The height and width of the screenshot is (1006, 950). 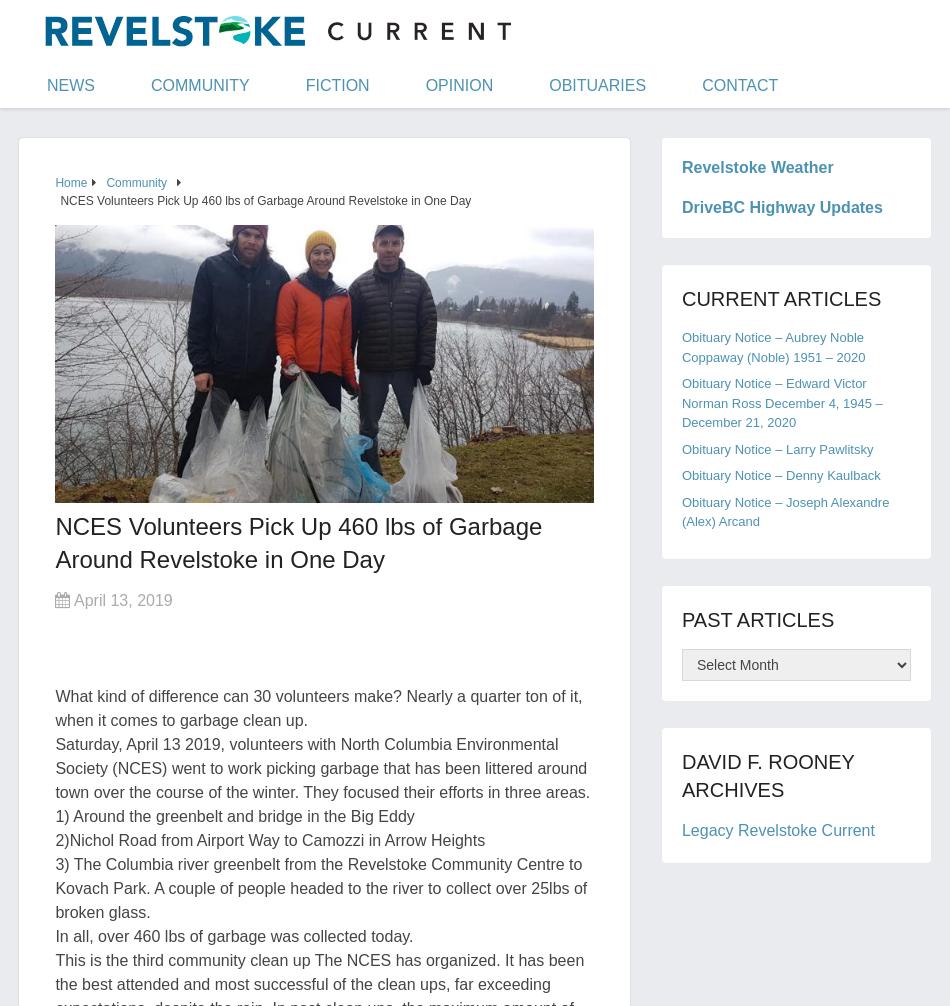 I want to click on 'Saturday, April 13 2019, volunteers with North Columbia Environmental Society (NCES) went to work picking garbage that has been littered around town over the course of the winter. They focused their efforts in three areas.', so click(x=321, y=766).